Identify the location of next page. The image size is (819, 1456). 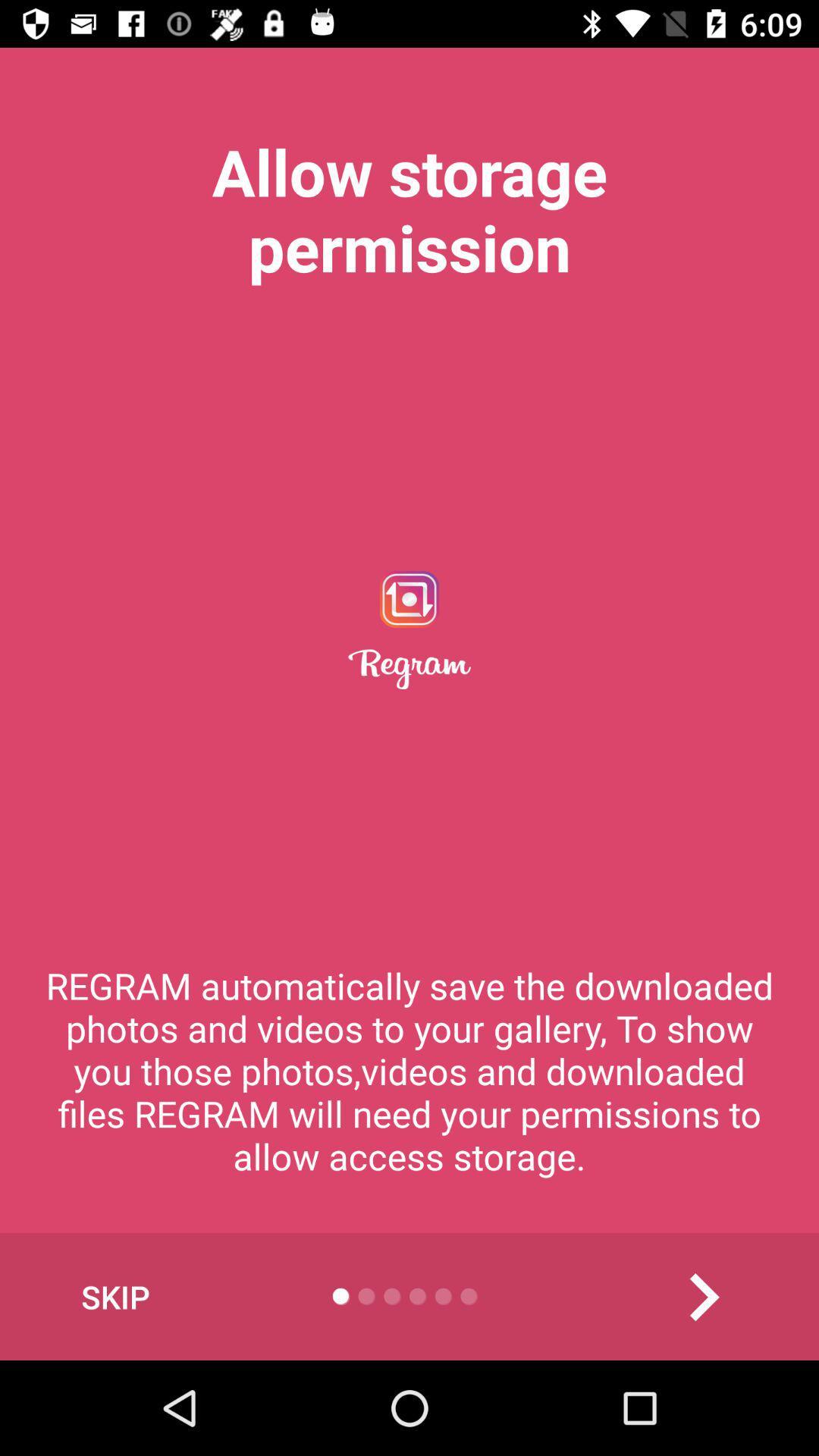
(703, 1296).